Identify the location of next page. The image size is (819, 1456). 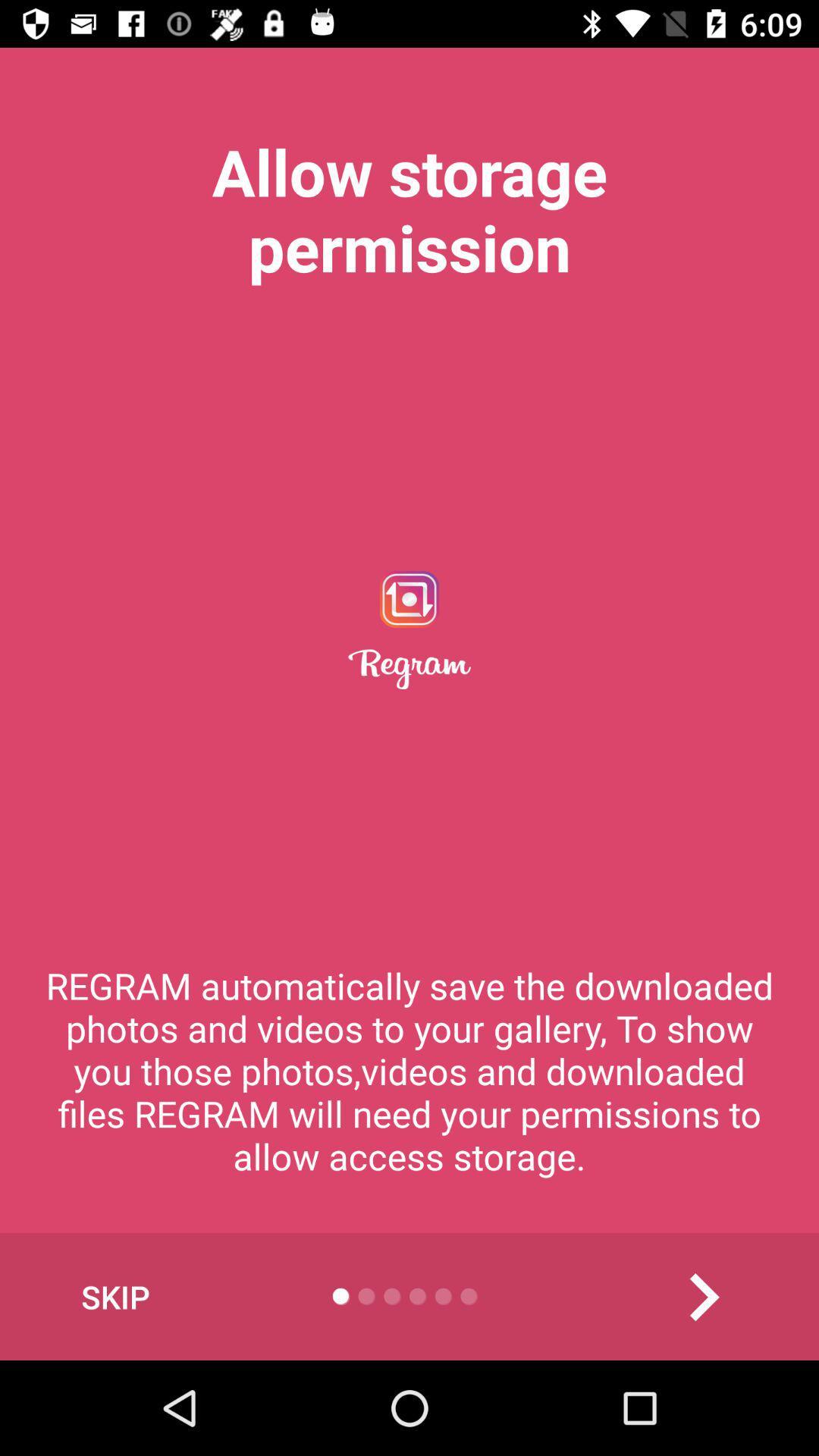
(703, 1296).